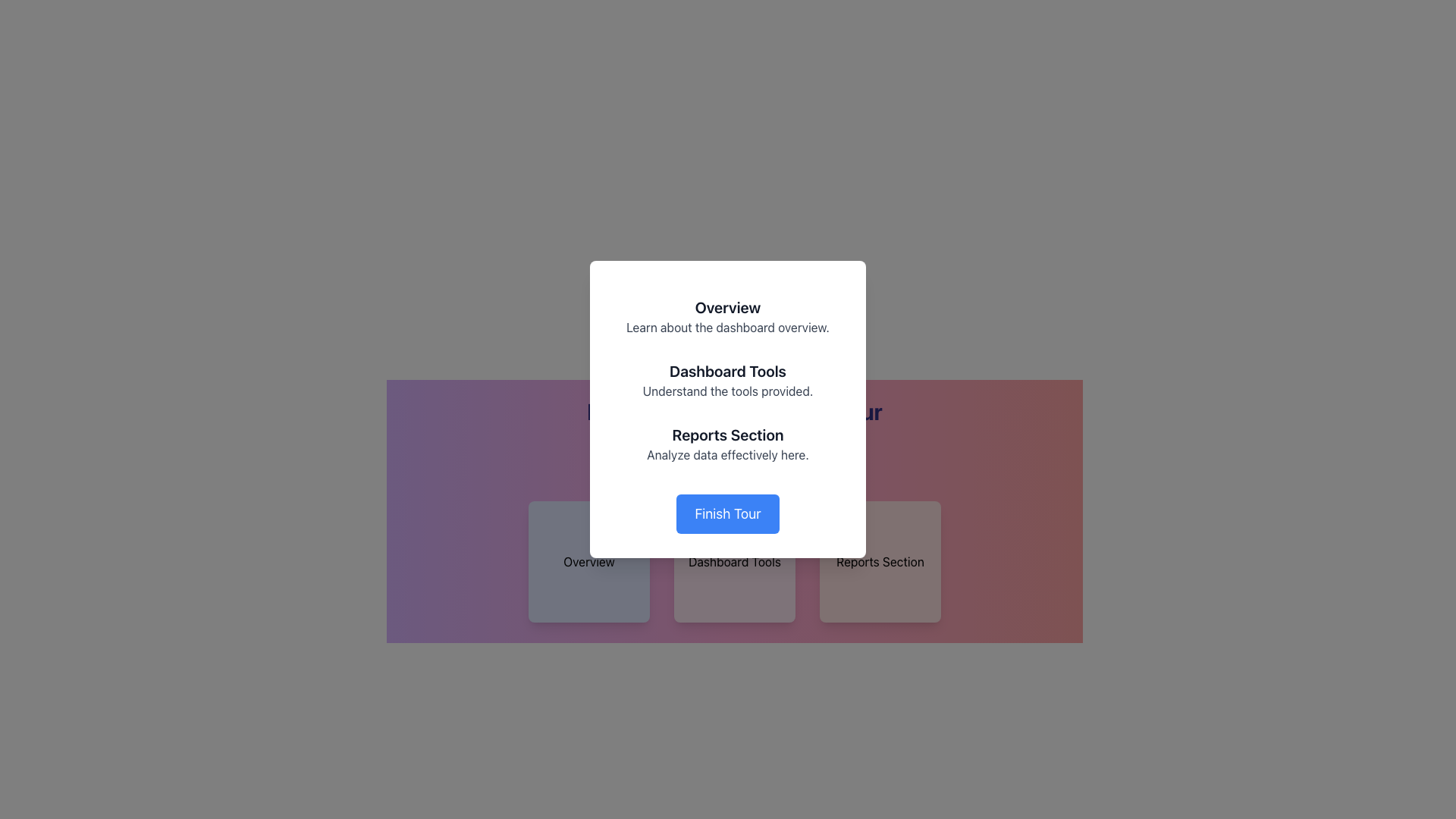 This screenshot has width=1456, height=819. Describe the element at coordinates (728, 513) in the screenshot. I see `the button located at the bottom center of the modal, beneath the 'Reports Section', to conclude the current tour` at that location.